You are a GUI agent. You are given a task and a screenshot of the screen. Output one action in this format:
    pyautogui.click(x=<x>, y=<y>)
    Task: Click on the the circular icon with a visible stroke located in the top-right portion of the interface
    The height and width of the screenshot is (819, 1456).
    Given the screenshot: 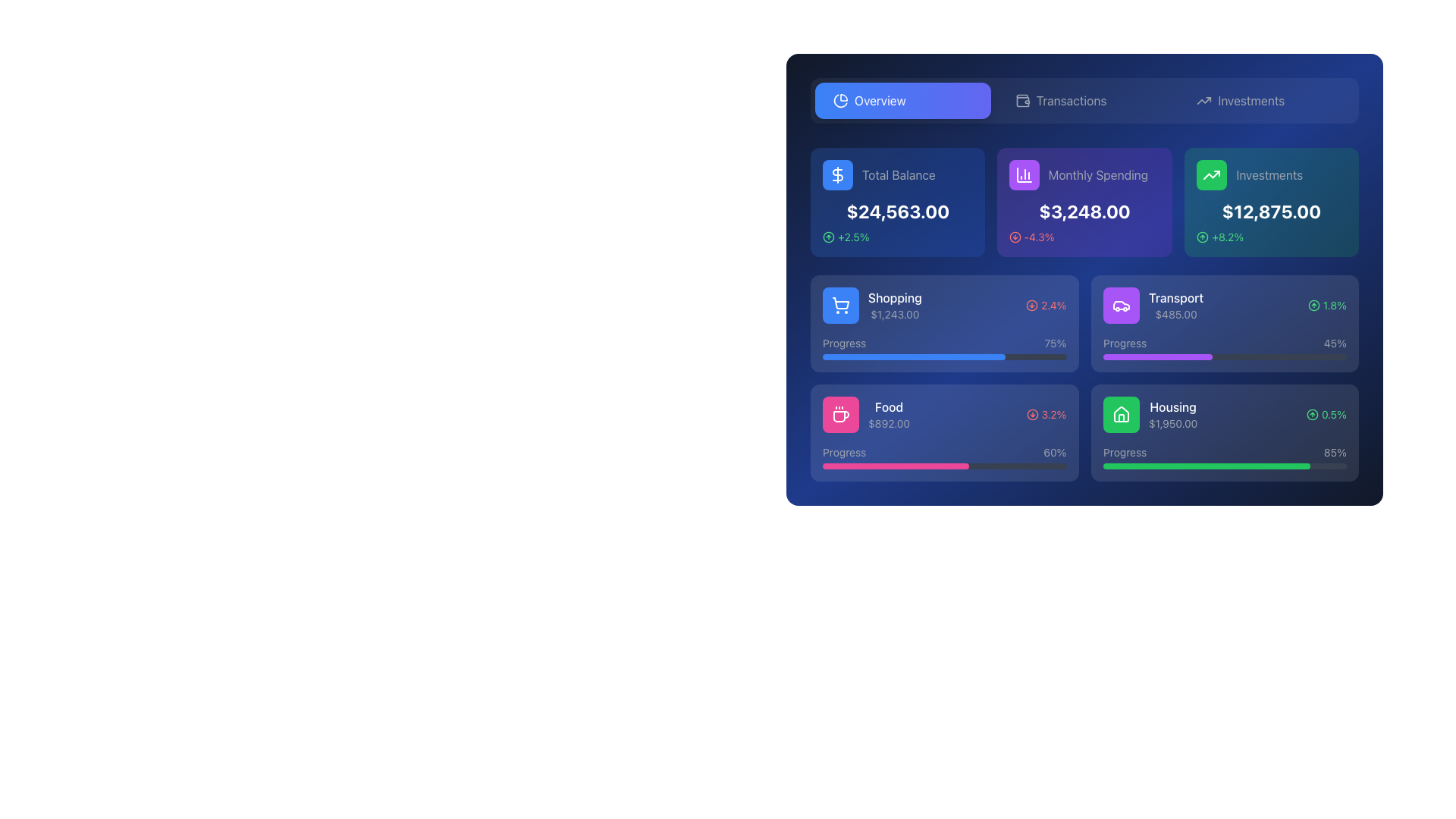 What is the action you would take?
    pyautogui.click(x=1031, y=305)
    